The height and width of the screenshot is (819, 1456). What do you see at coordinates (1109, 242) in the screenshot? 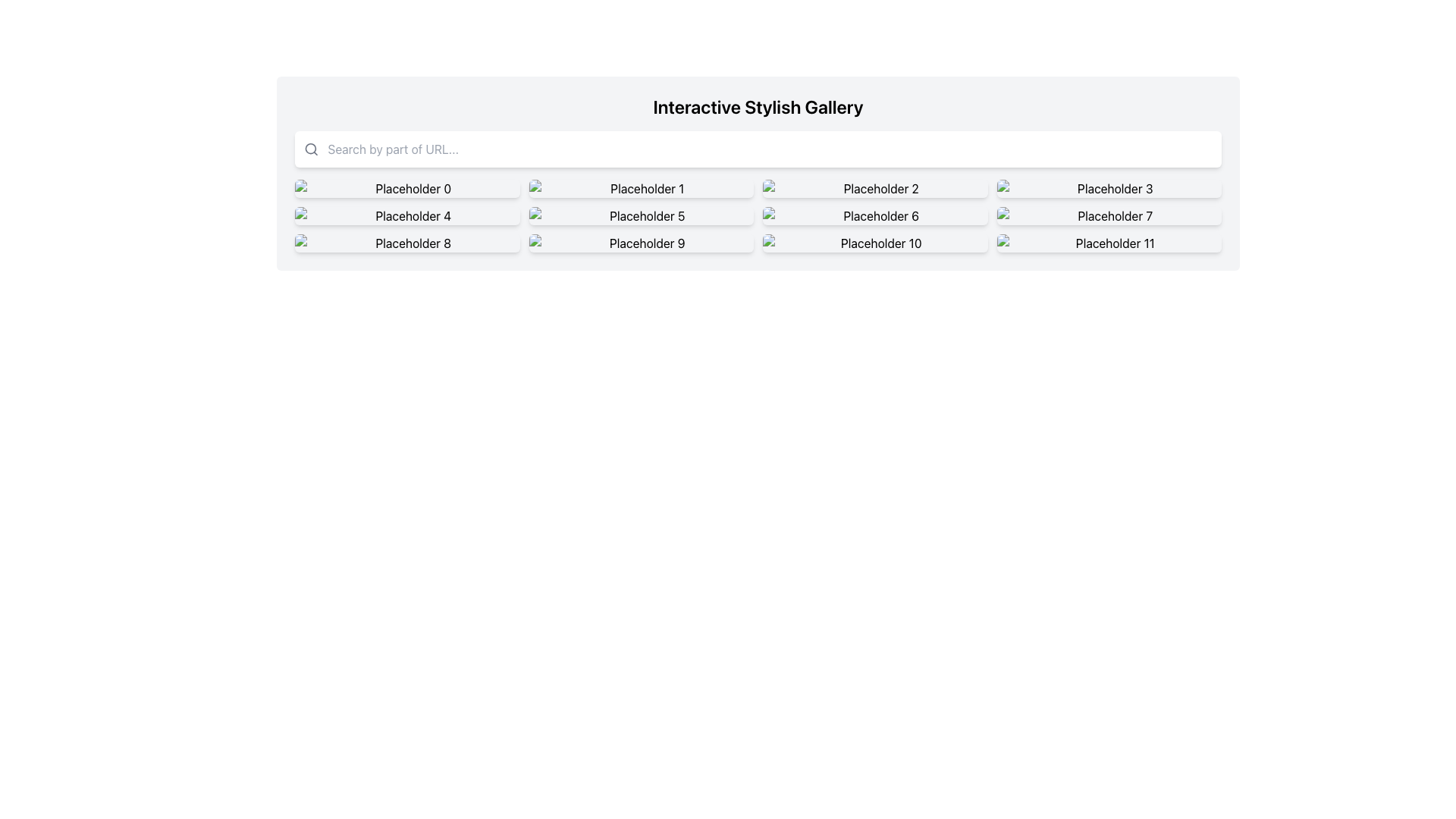
I see `the image labeled 'Placeholder 11' which is located` at bounding box center [1109, 242].